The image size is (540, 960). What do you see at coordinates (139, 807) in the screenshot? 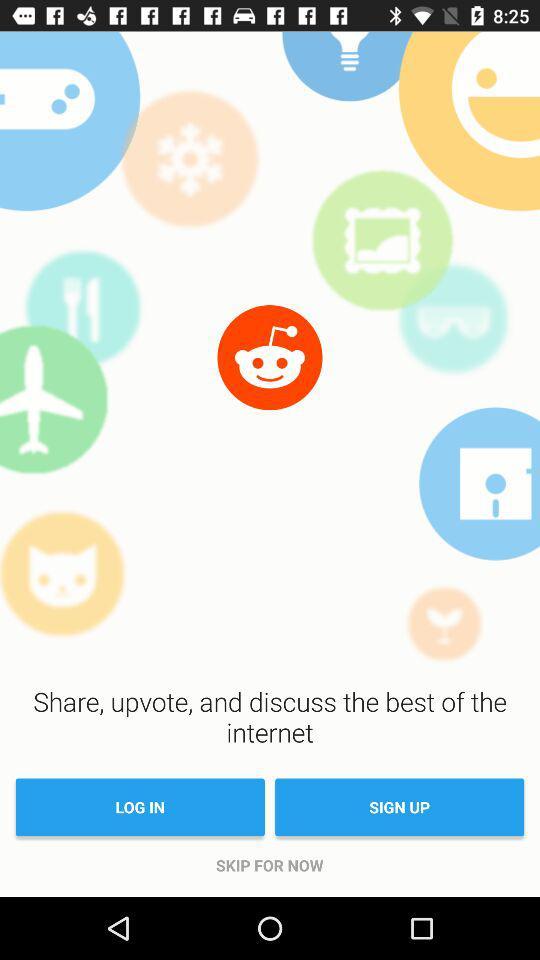
I see `the log in icon` at bounding box center [139, 807].